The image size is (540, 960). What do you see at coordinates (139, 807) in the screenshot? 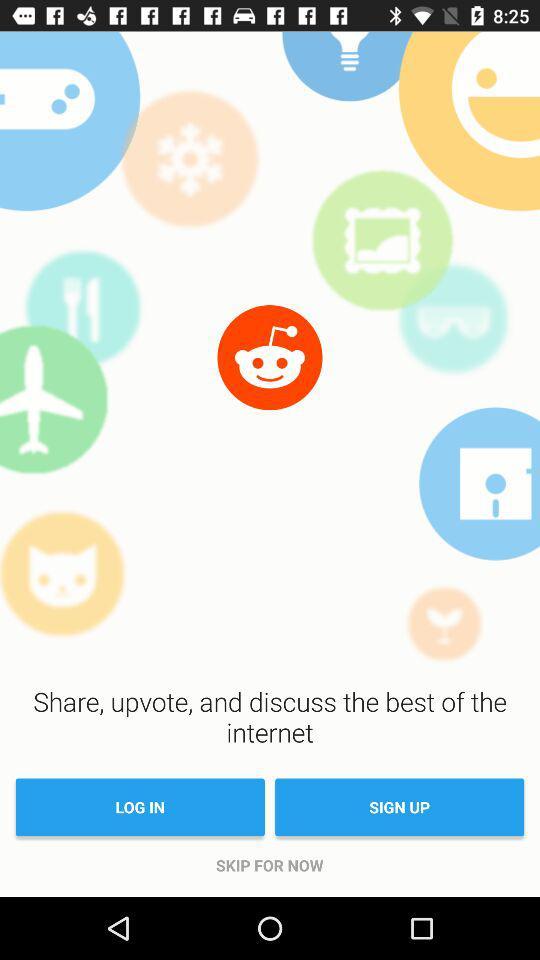
I see `the log in icon` at bounding box center [139, 807].